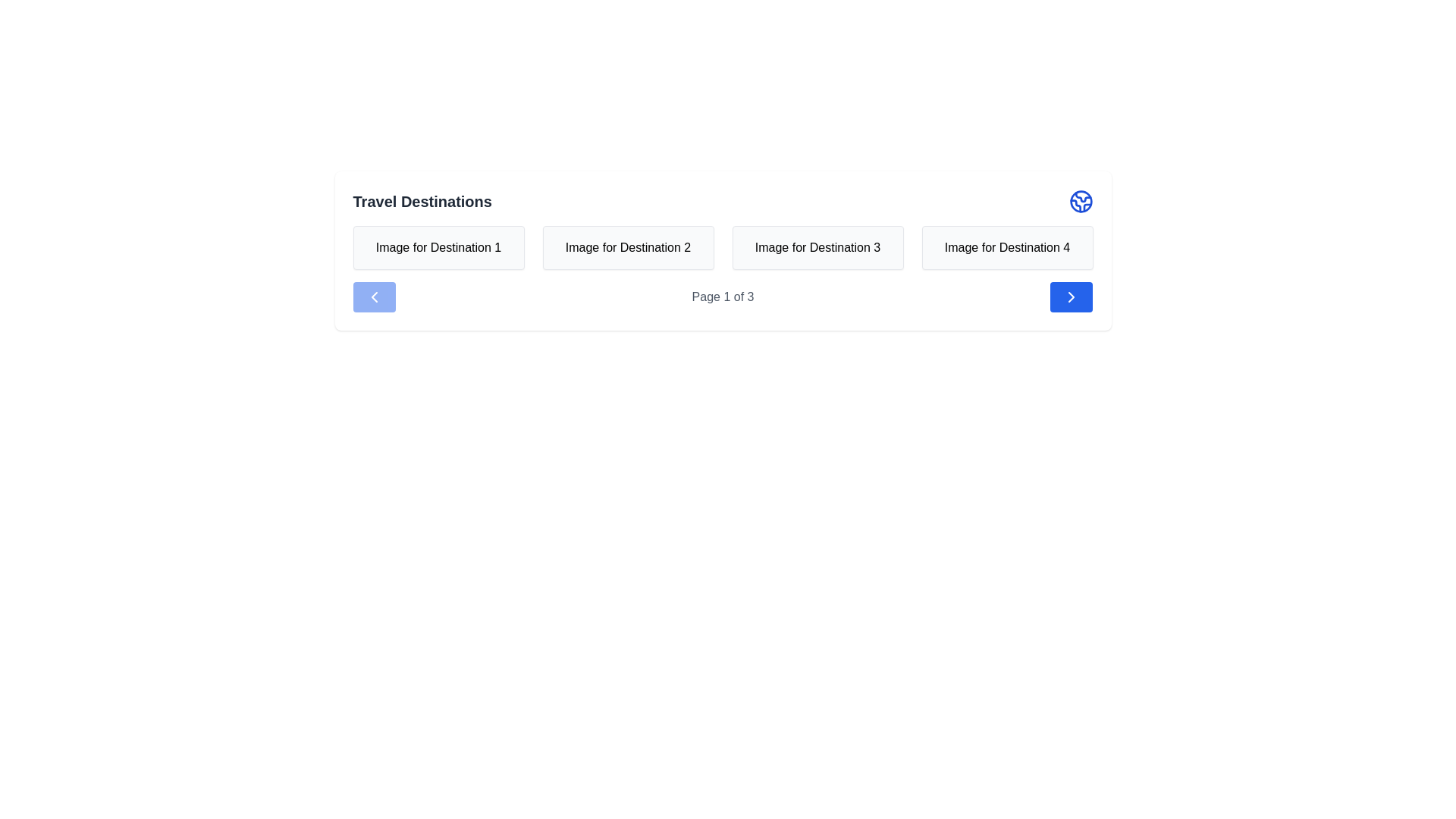  What do you see at coordinates (374, 297) in the screenshot?
I see `blue rectangular button with rounded corners containing a left-pointing chevron icon, located on the far left side of the pagination control at the bottom of the page, for accessibility purposes` at bounding box center [374, 297].